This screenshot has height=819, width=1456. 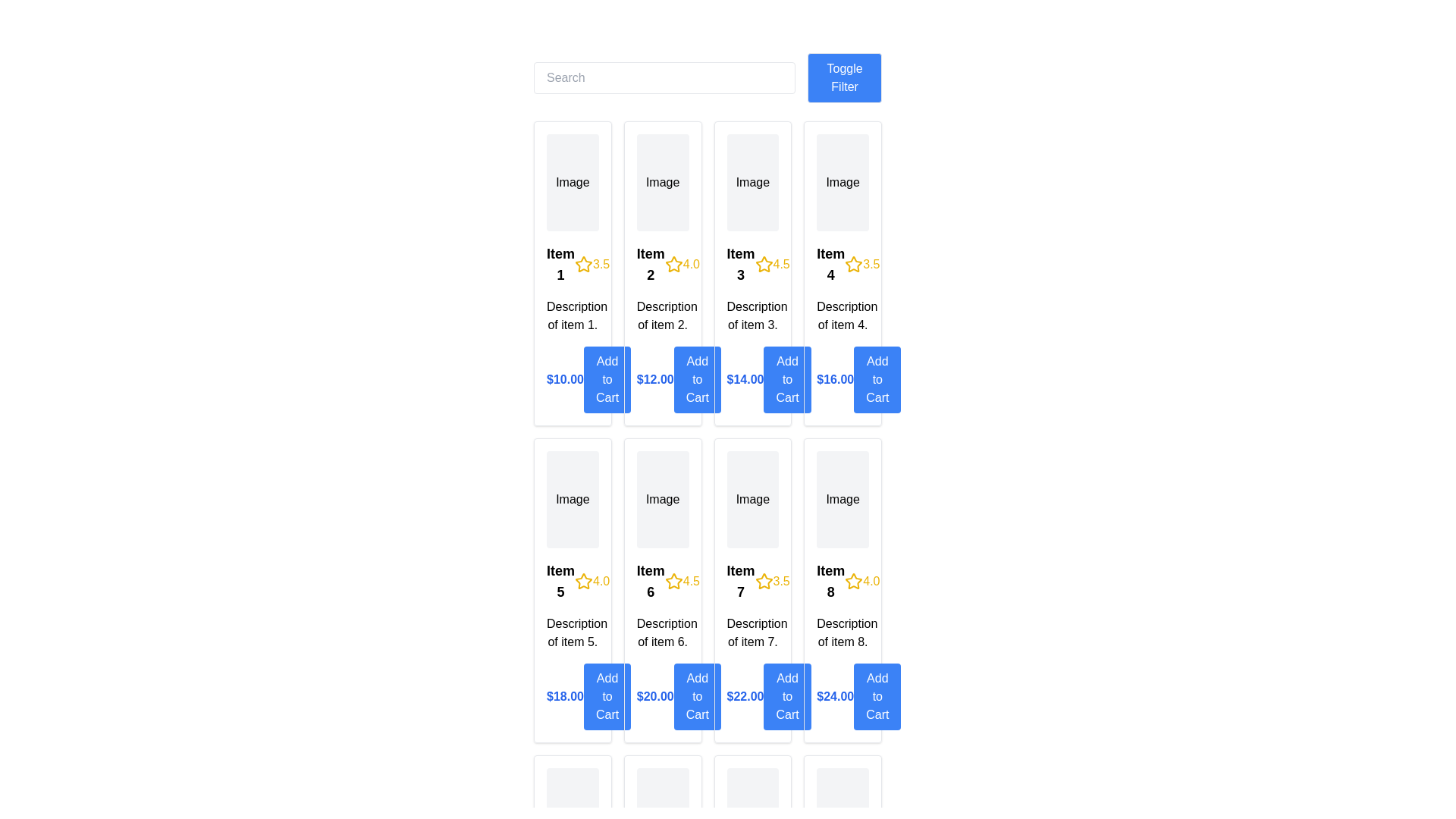 What do you see at coordinates (772, 581) in the screenshot?
I see `the Rating display indicating the score of '3.5' for 'Item 7', which is located to the right of the 'Item 7' title text in the top row of the card` at bounding box center [772, 581].